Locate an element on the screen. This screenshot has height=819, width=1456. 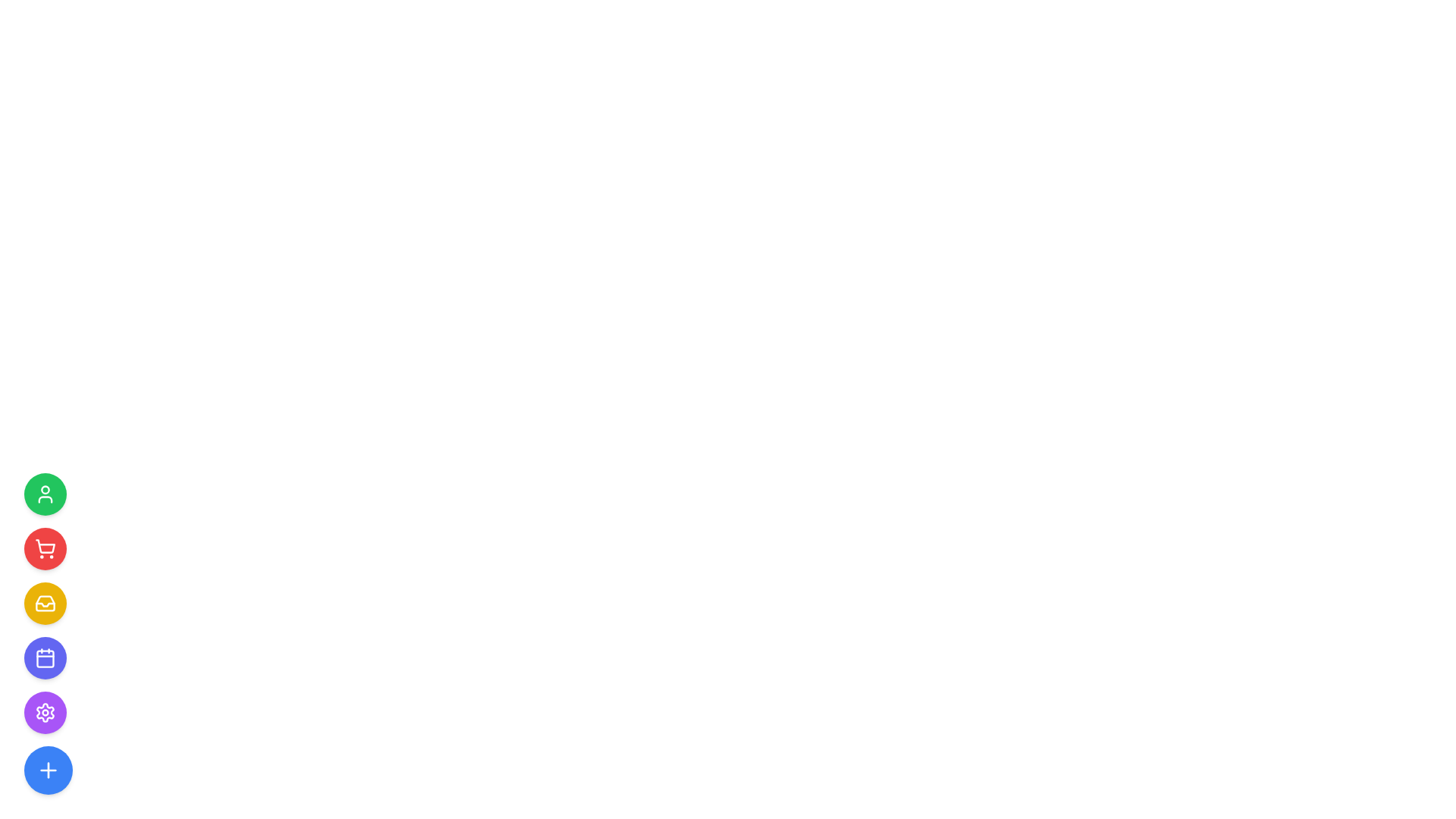
the circular button with a yellow background and an inbox icon by is located at coordinates (45, 602).